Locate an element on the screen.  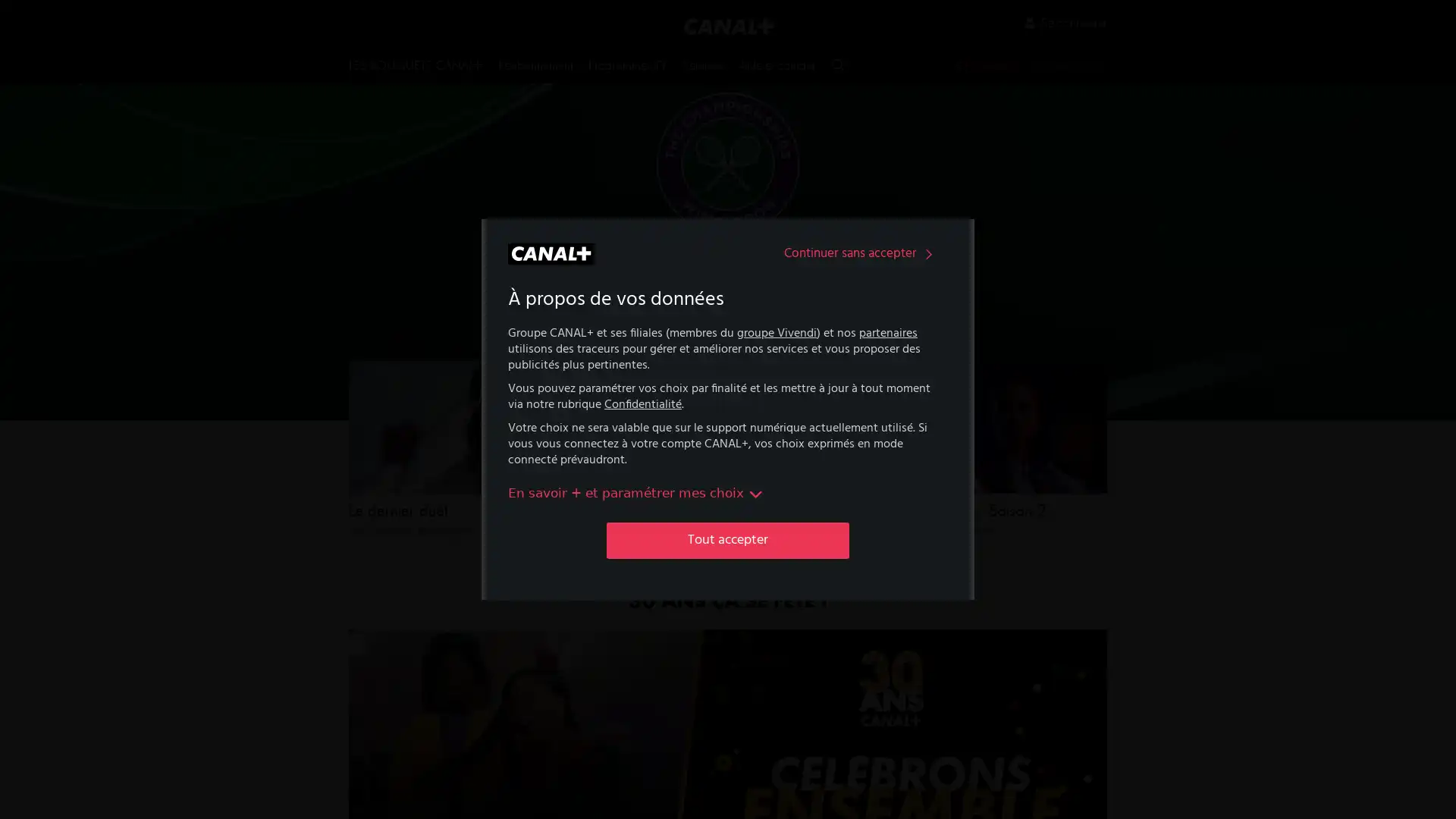
Continuer sans accepter notre traitement des donnees is located at coordinates (861, 253).